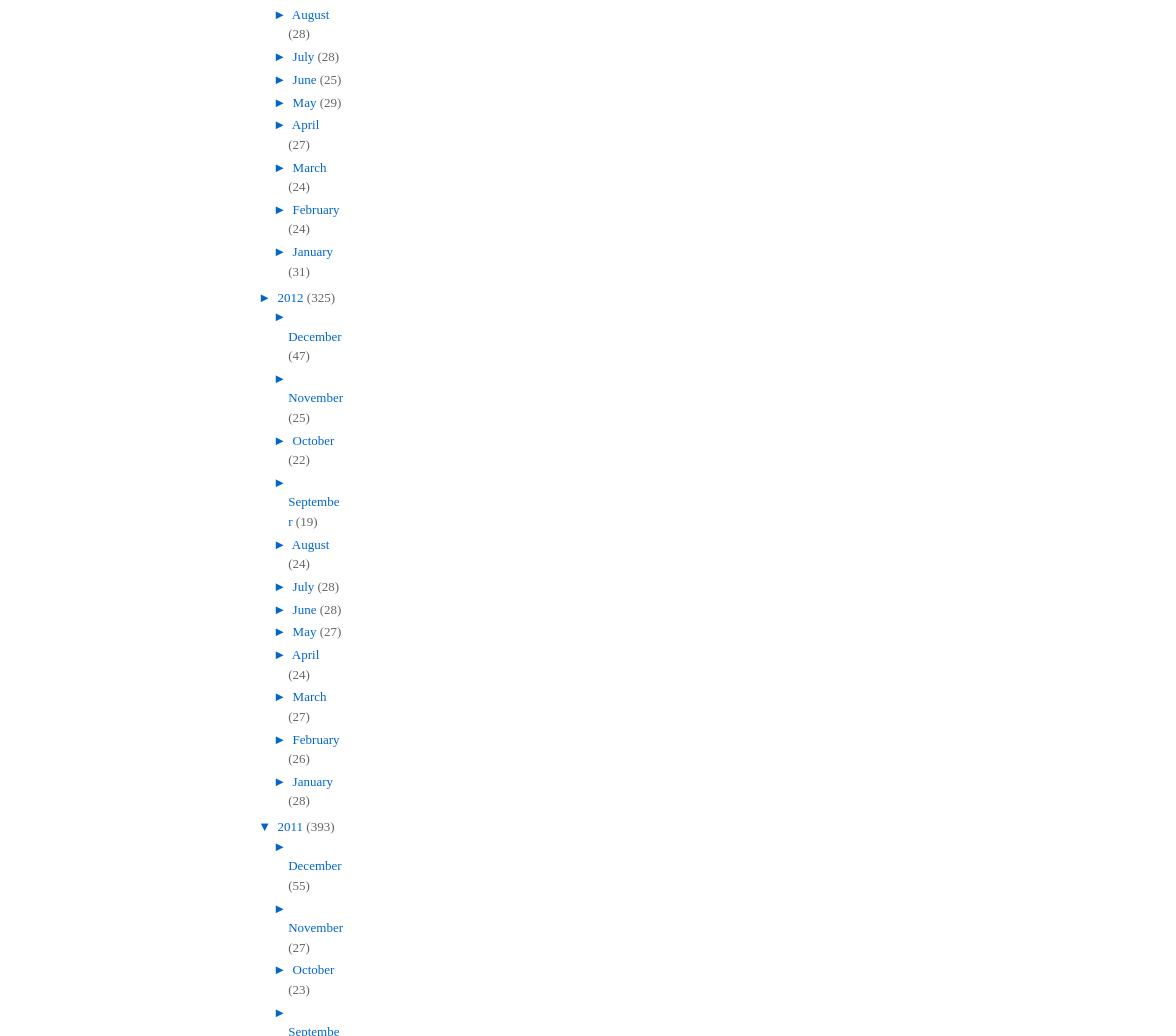  Describe the element at coordinates (291, 826) in the screenshot. I see `'2011'` at that location.